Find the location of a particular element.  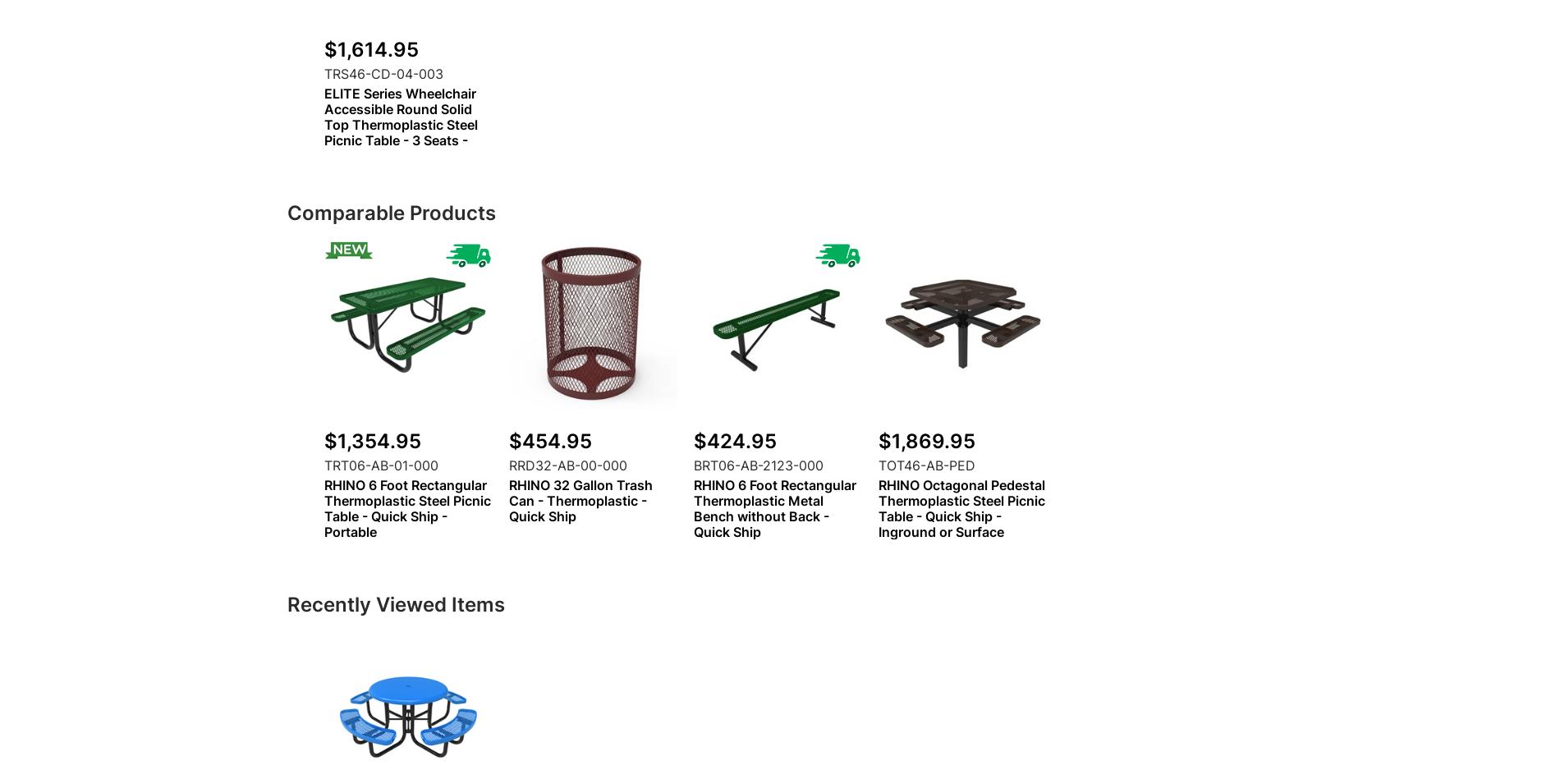

'RHINO Octagonal Pedestal Thermoplastic Steel Picnic Table - Quick Ship - Inground or Surface Mount' is located at coordinates (961, 516).